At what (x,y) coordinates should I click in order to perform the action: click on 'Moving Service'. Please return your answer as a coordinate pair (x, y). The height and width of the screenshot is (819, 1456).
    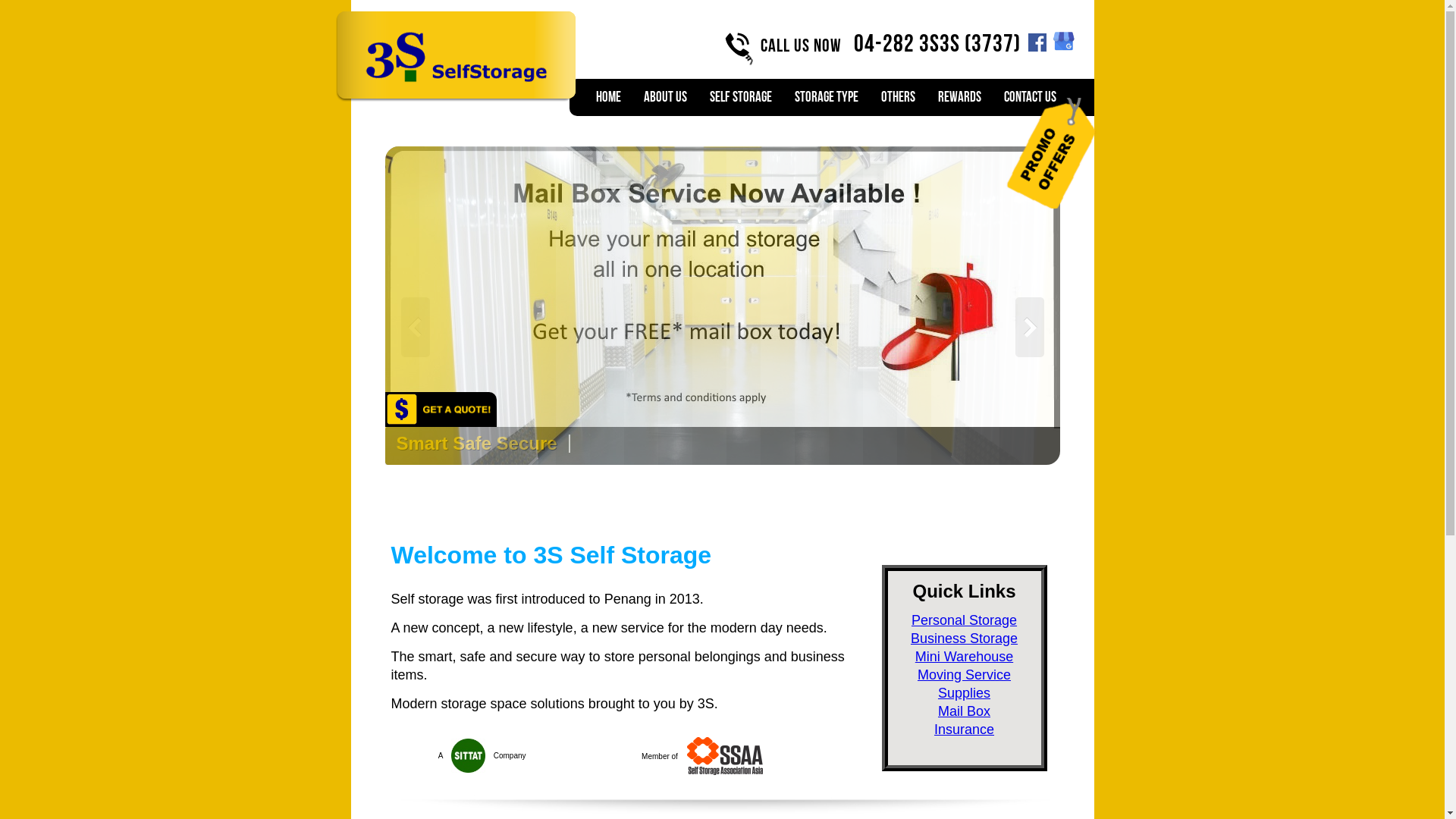
    Looking at the image, I should click on (963, 674).